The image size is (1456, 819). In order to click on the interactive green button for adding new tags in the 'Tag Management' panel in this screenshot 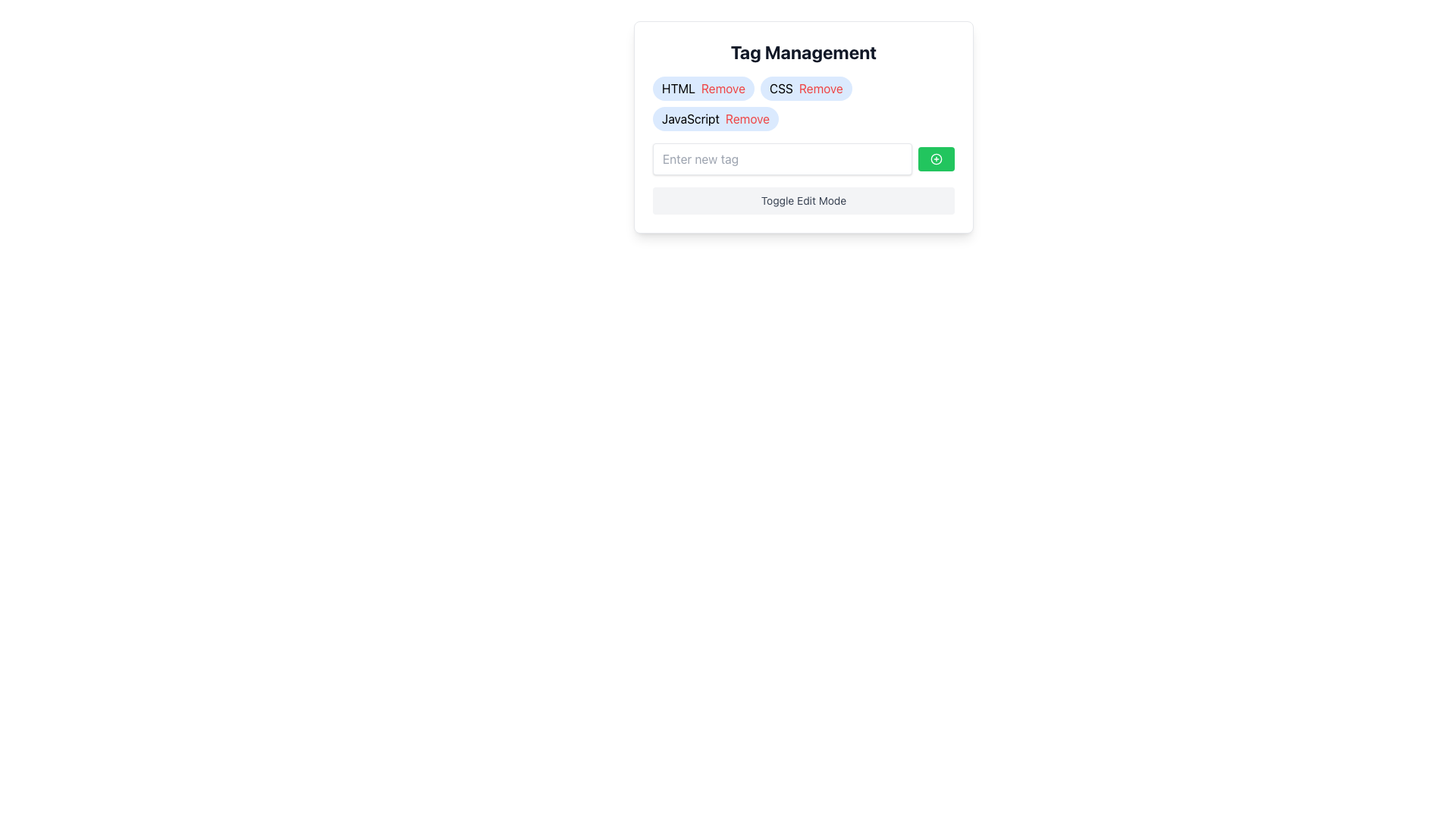, I will do `click(803, 158)`.